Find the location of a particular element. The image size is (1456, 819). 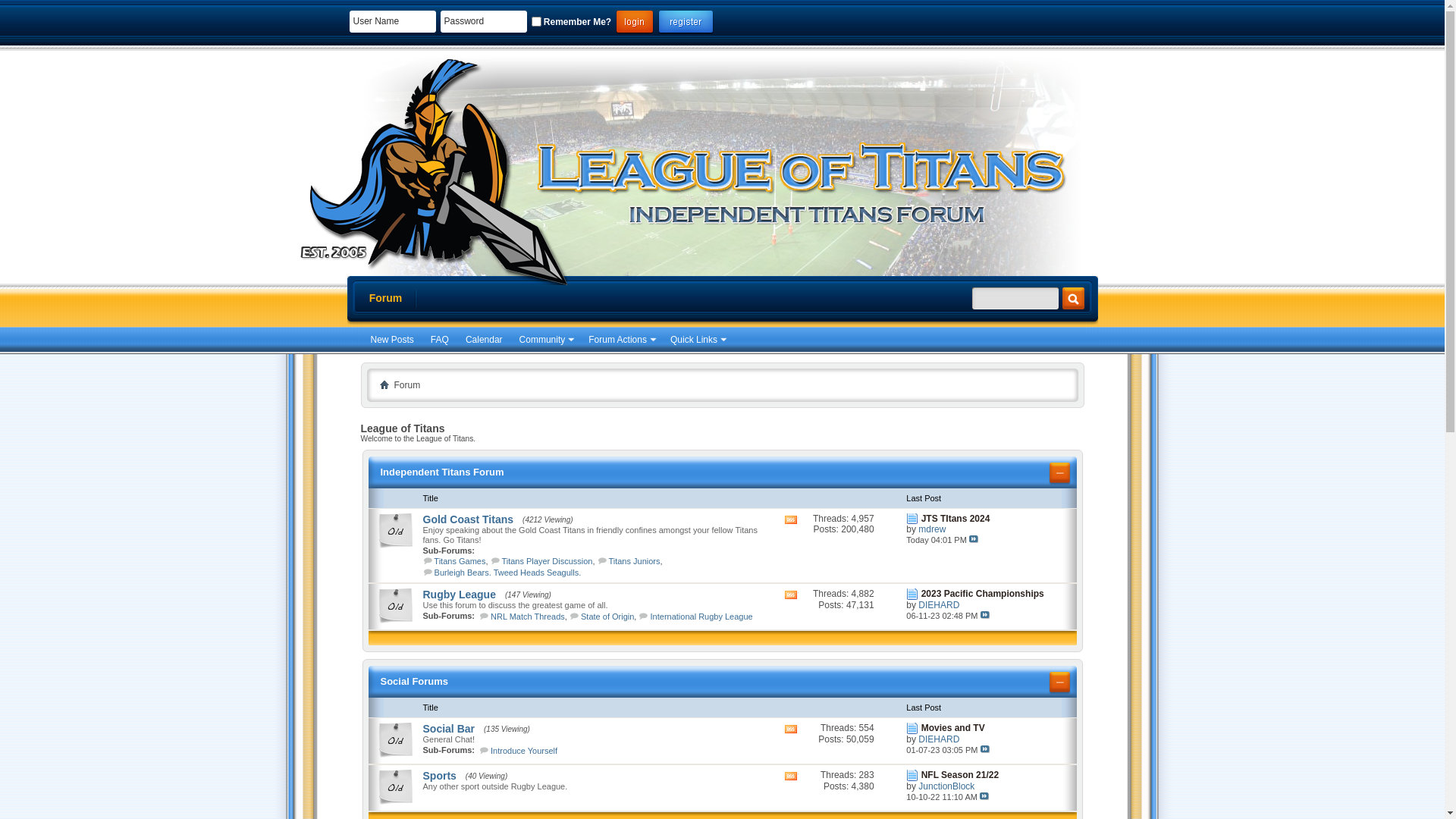

'Gold Coast Titans' is located at coordinates (468, 519).